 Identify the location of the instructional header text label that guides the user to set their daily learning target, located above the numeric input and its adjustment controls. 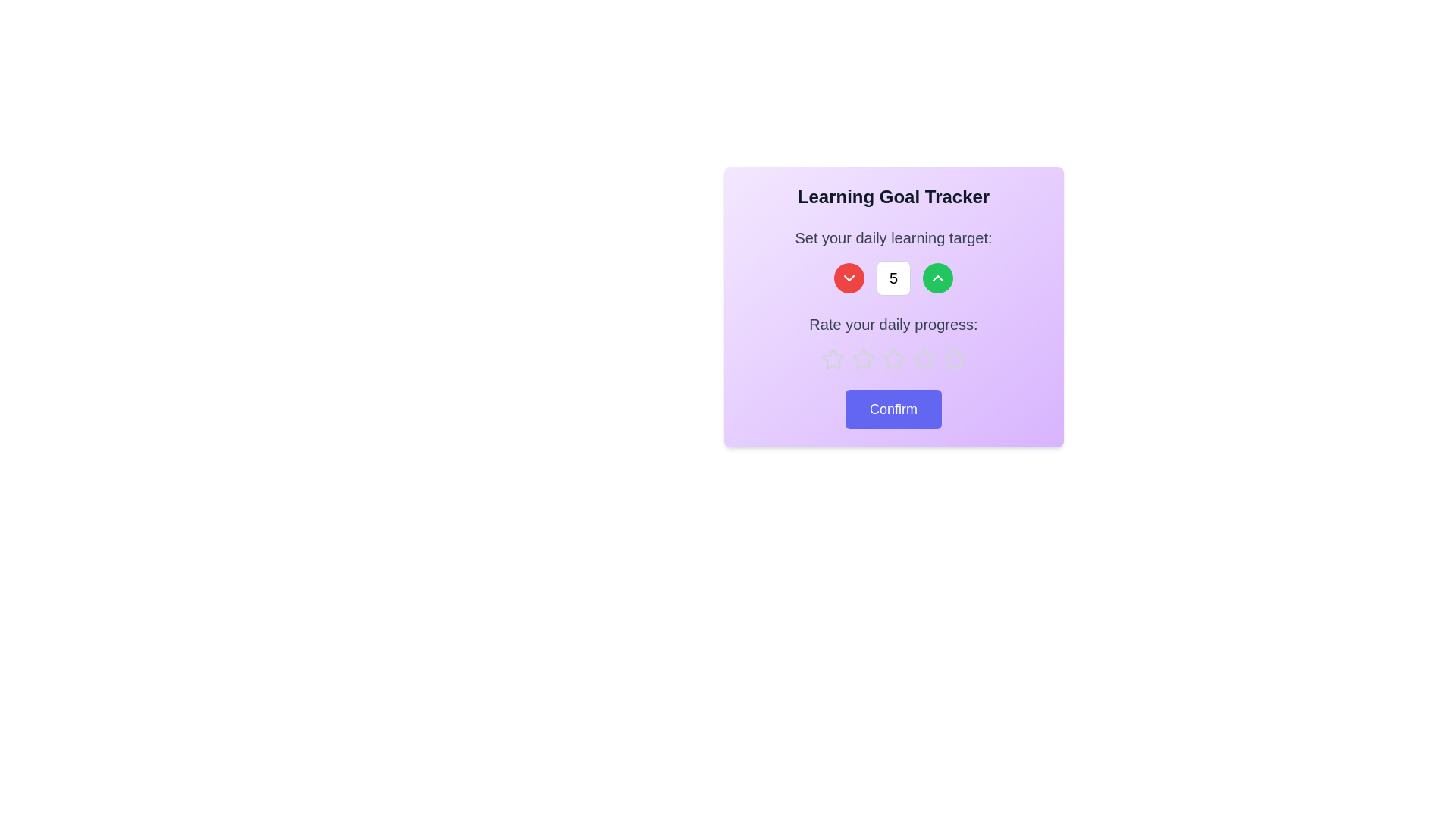
(893, 237).